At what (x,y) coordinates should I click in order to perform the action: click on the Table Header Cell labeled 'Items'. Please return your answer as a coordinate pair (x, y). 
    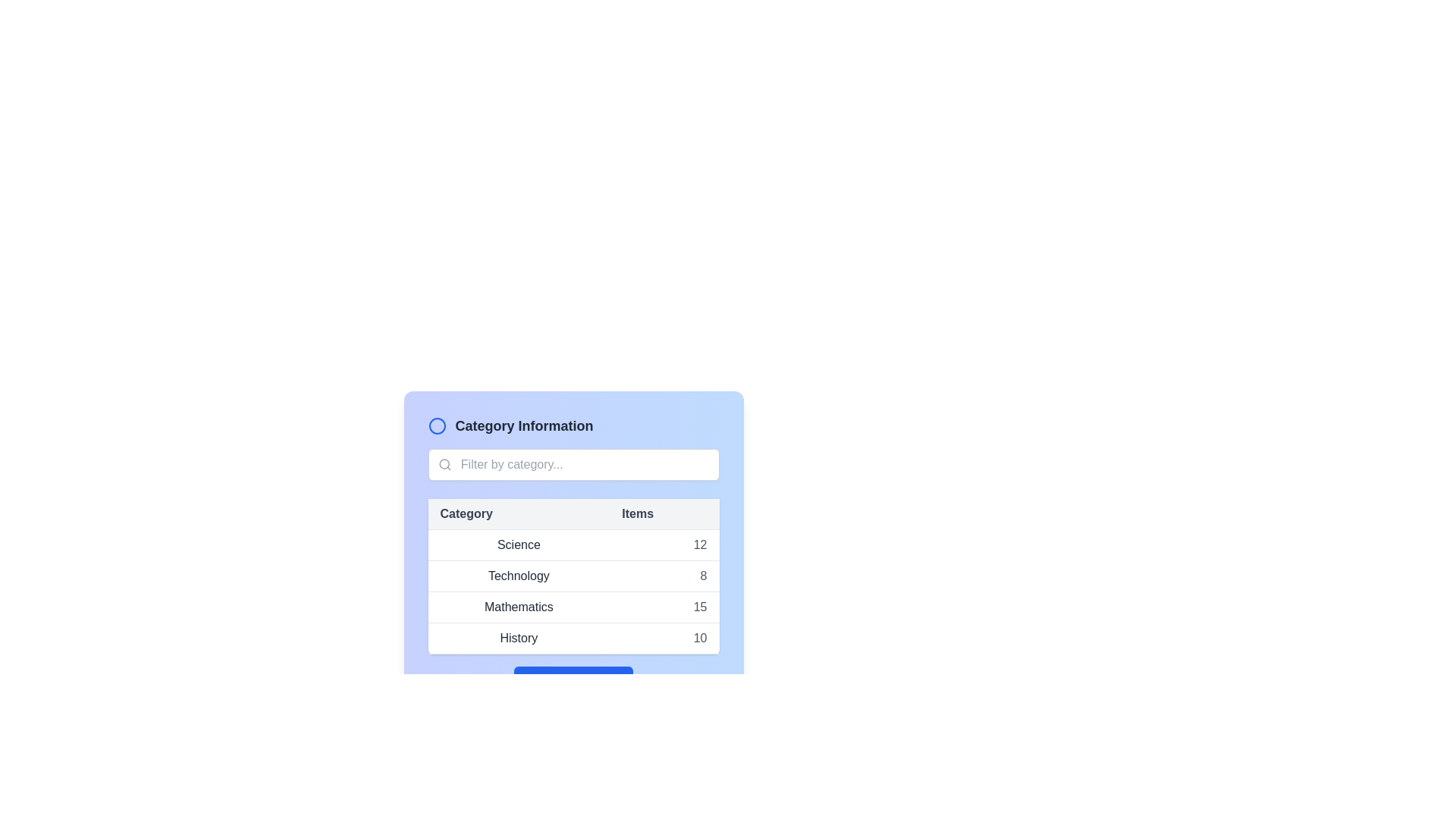
    Looking at the image, I should click on (664, 513).